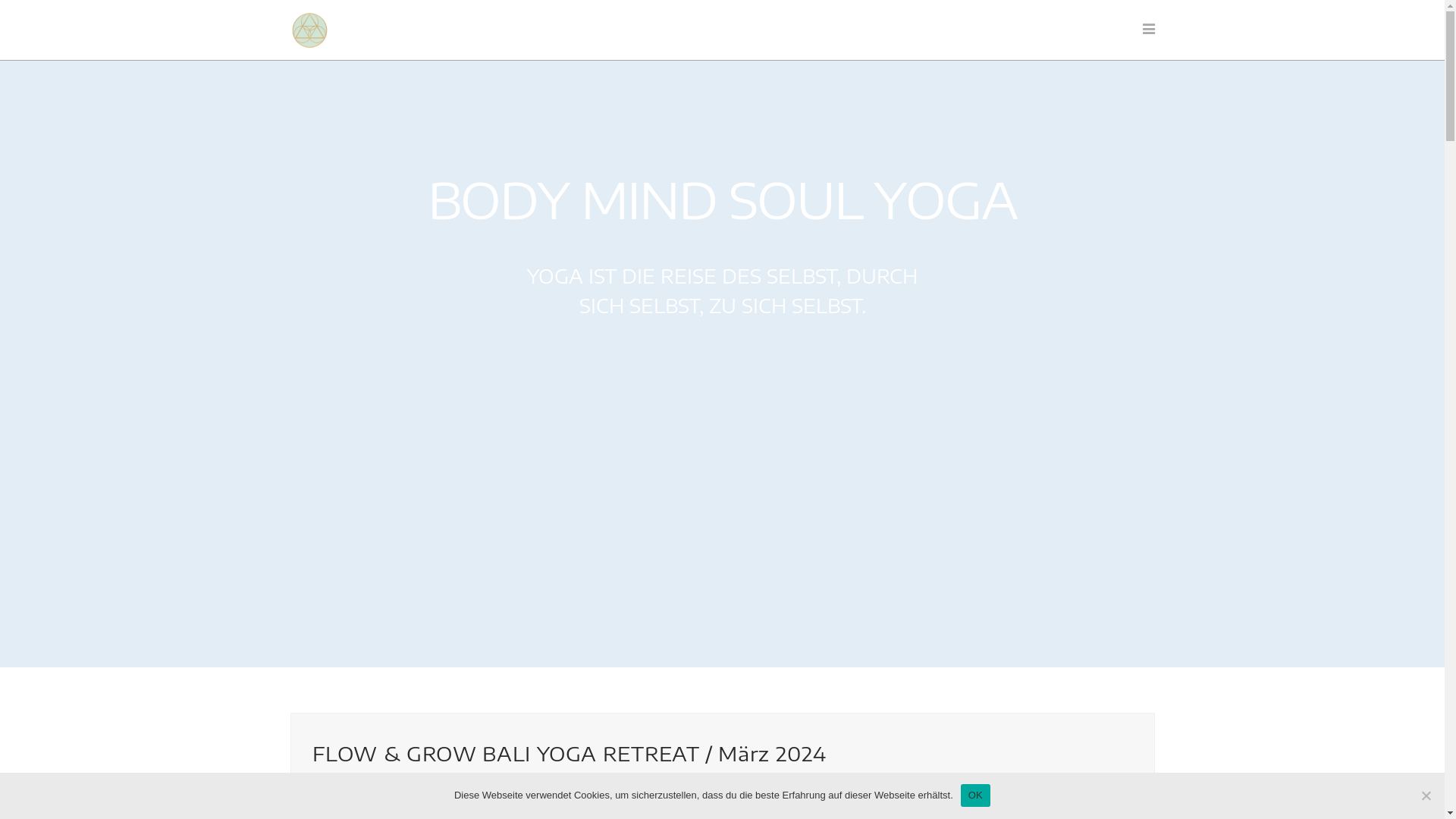 The height and width of the screenshot is (819, 1456). Describe the element at coordinates (975, 795) in the screenshot. I see `'OK'` at that location.